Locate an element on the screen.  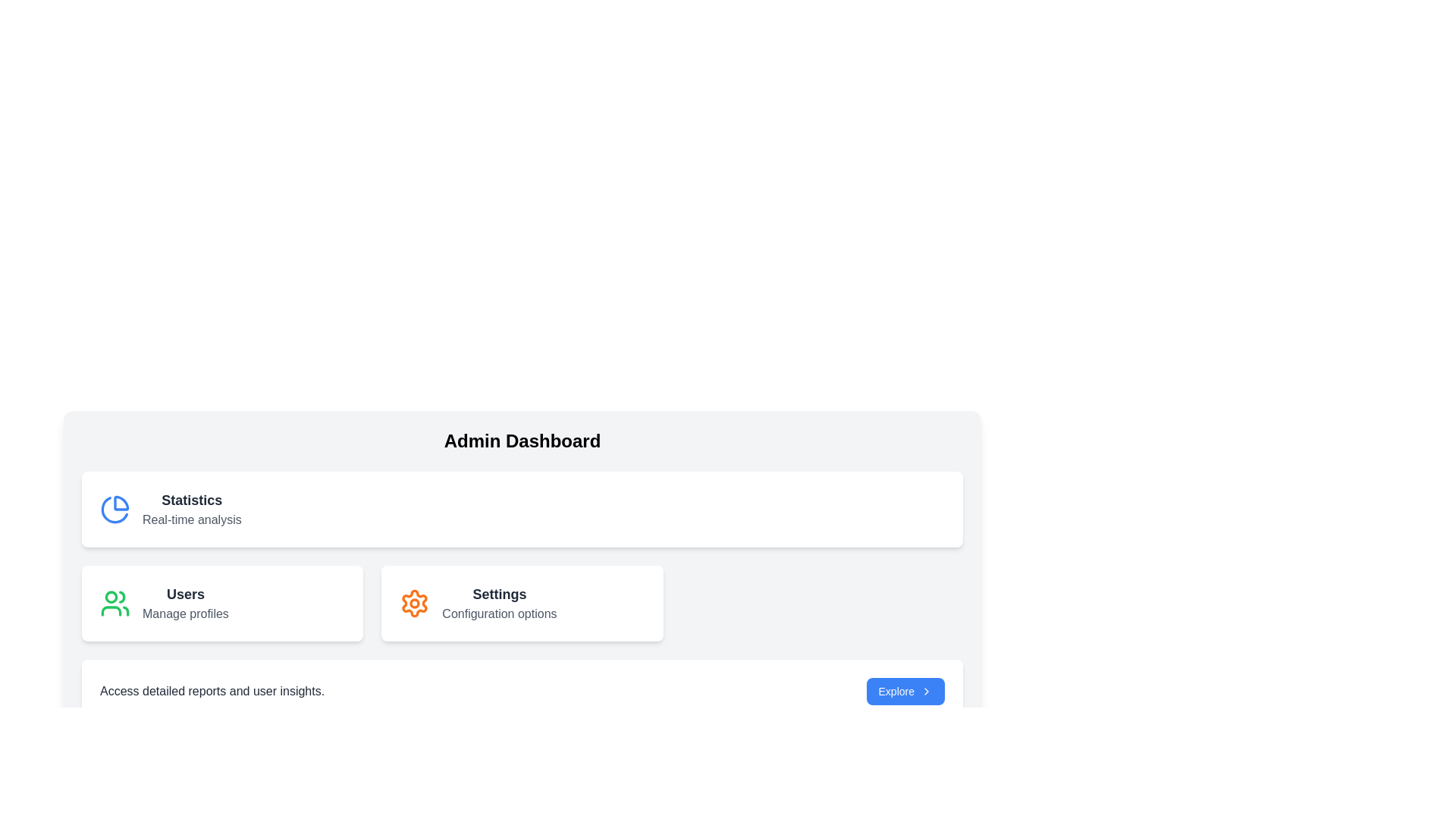
the 'Settings' label in the admin dashboard is located at coordinates (499, 602).